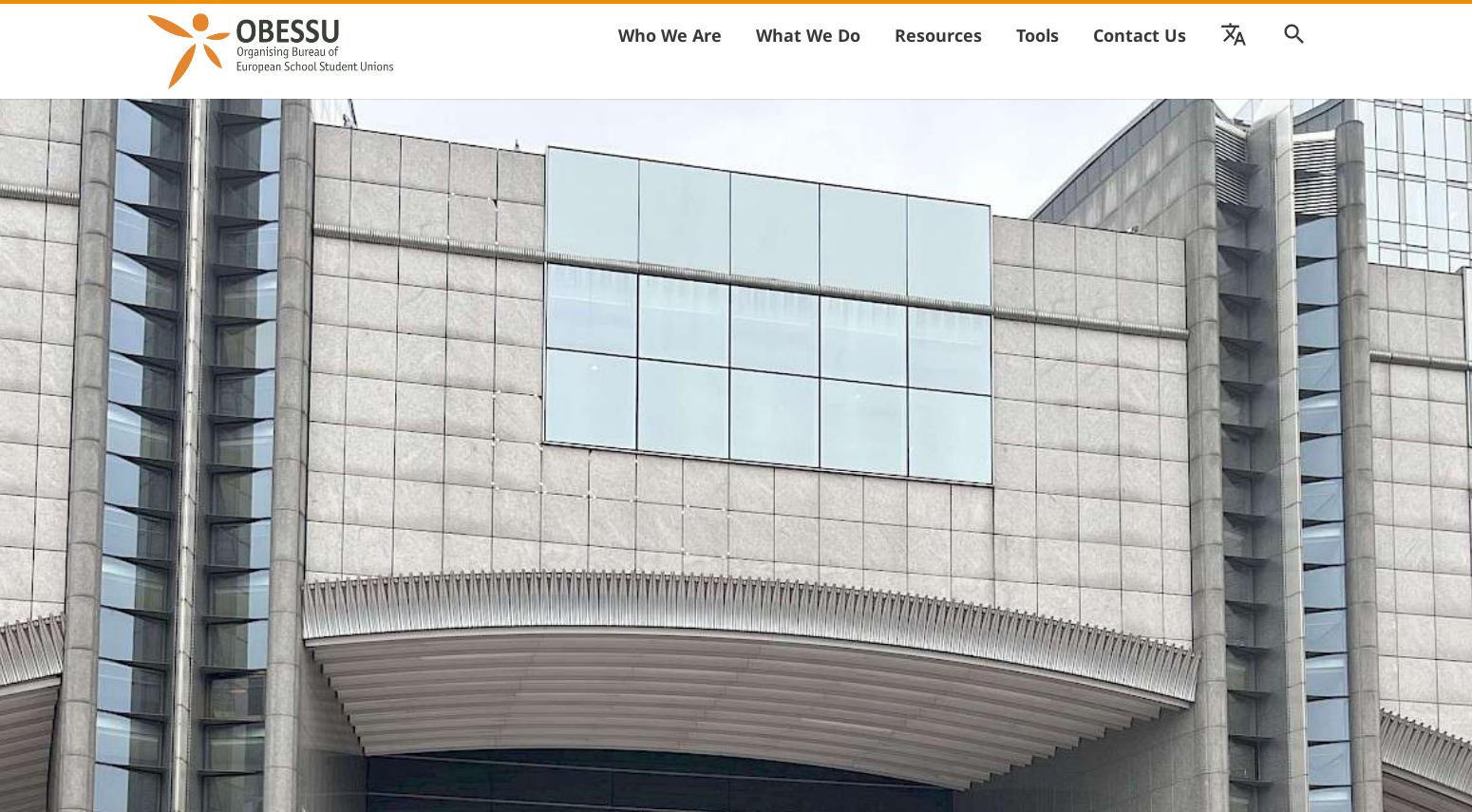  What do you see at coordinates (984, 77) in the screenshot?
I see `'Networks and Partnerships'` at bounding box center [984, 77].